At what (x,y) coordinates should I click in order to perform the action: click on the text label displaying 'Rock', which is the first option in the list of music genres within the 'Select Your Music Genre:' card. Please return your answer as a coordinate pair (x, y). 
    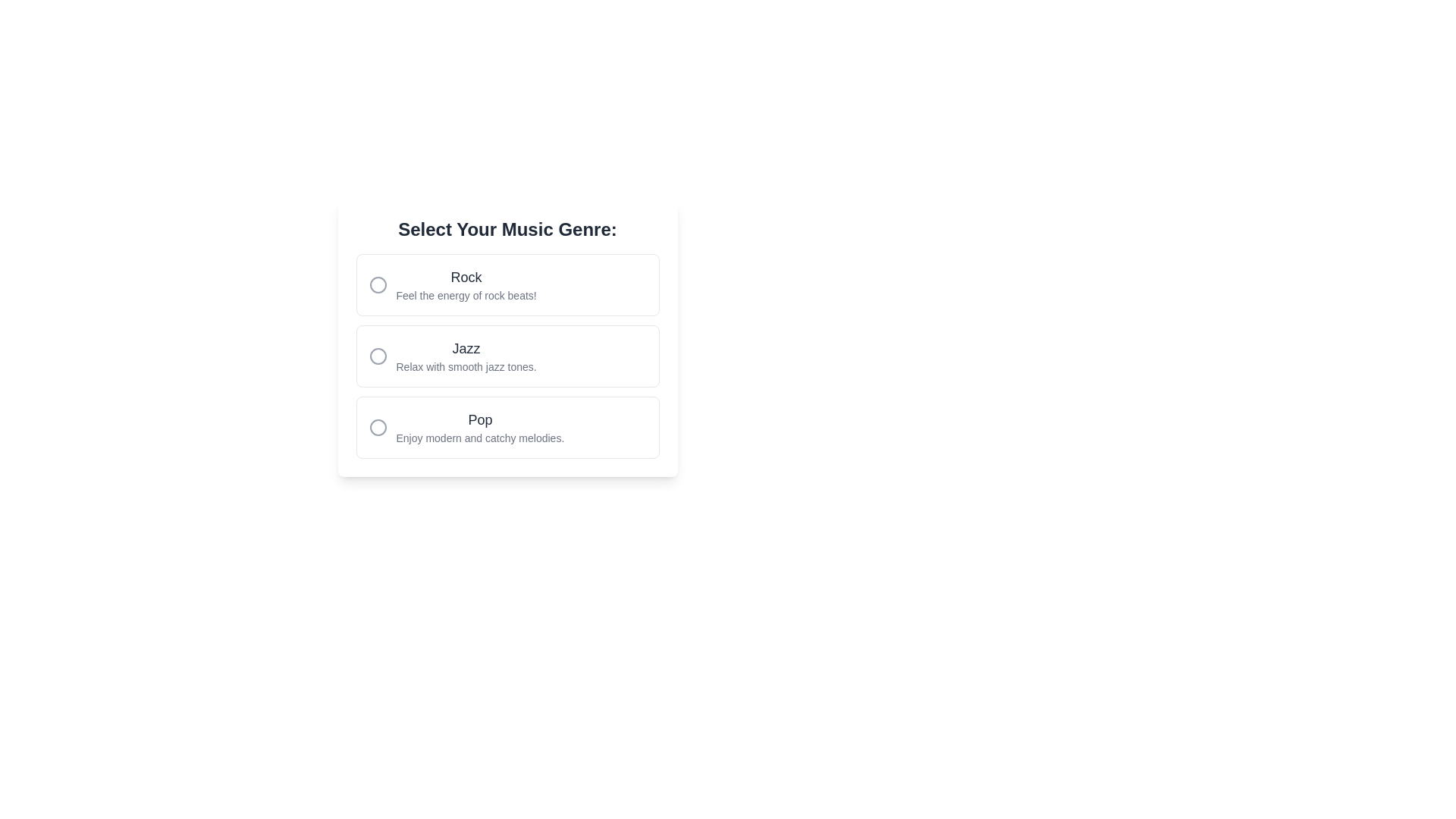
    Looking at the image, I should click on (466, 278).